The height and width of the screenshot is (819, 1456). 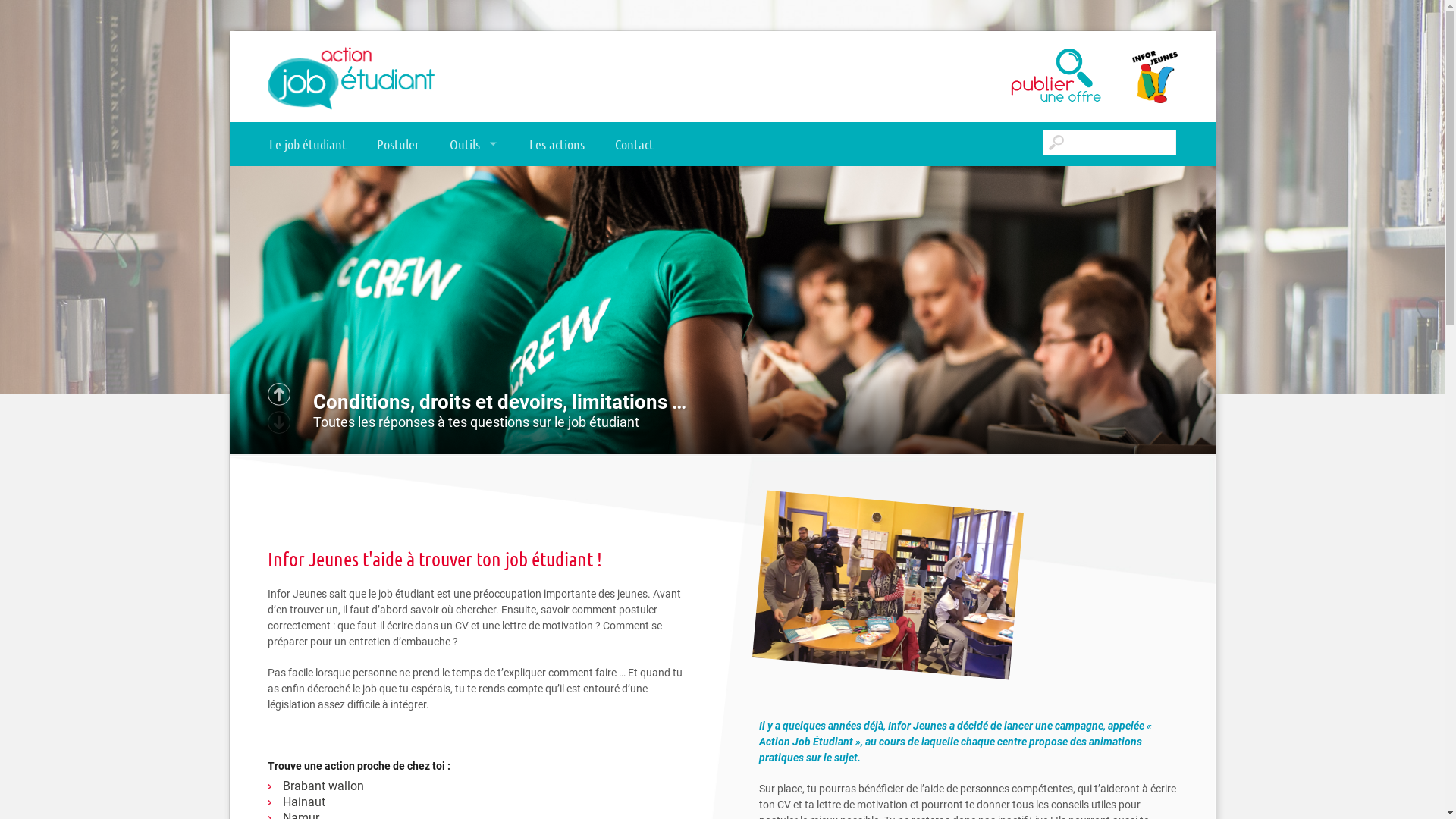 What do you see at coordinates (633, 145) in the screenshot?
I see `'Contact'` at bounding box center [633, 145].